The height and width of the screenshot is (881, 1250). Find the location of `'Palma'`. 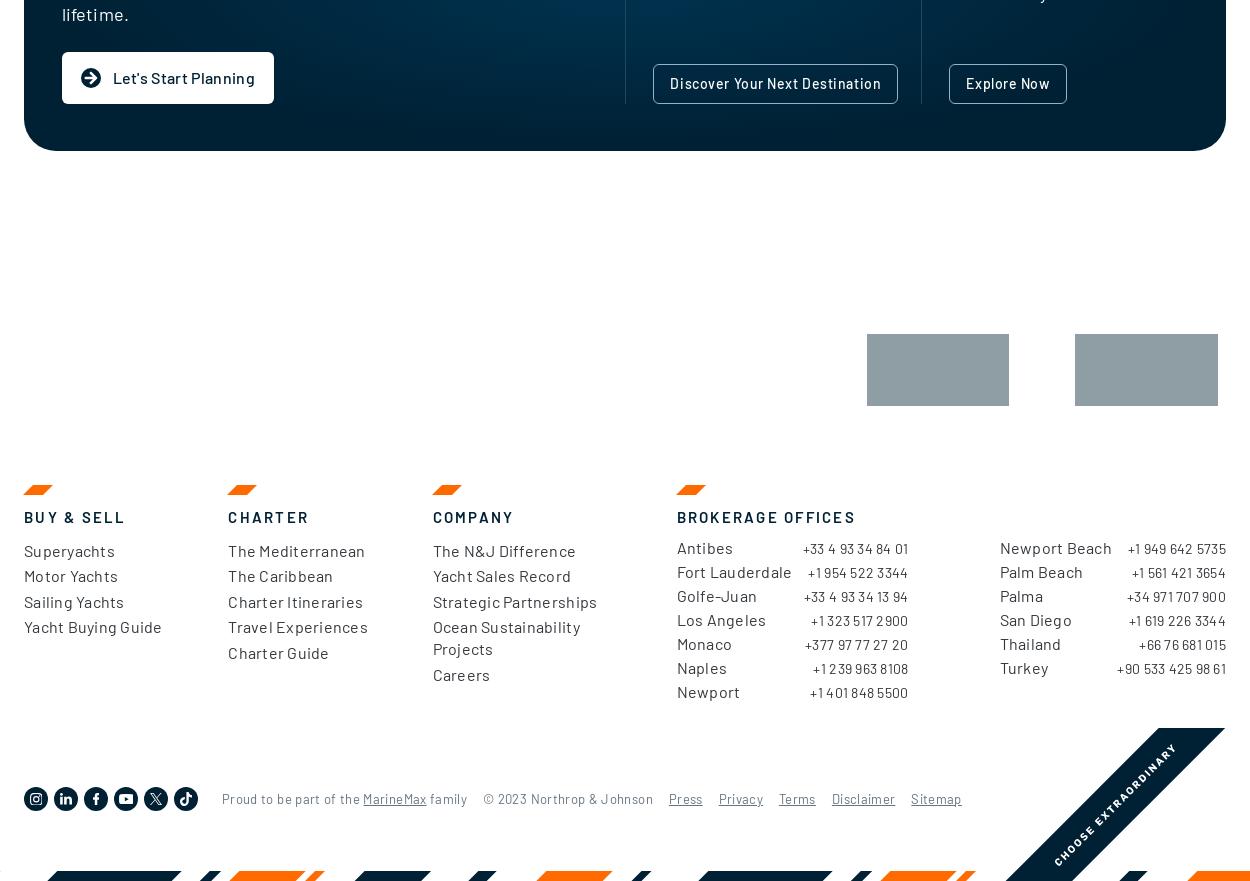

'Palma' is located at coordinates (1020, 594).